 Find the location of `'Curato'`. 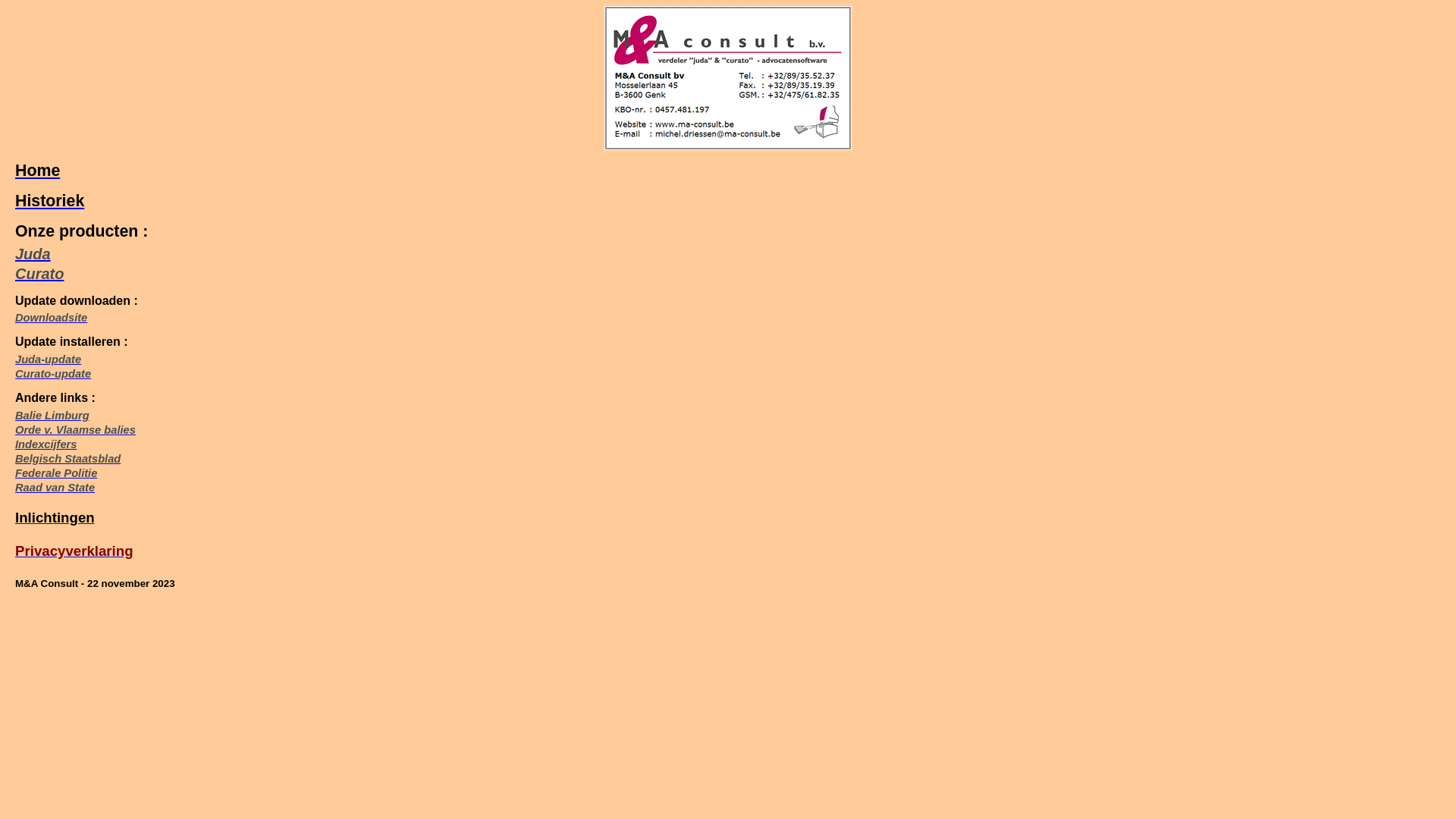

'Curato' is located at coordinates (39, 274).